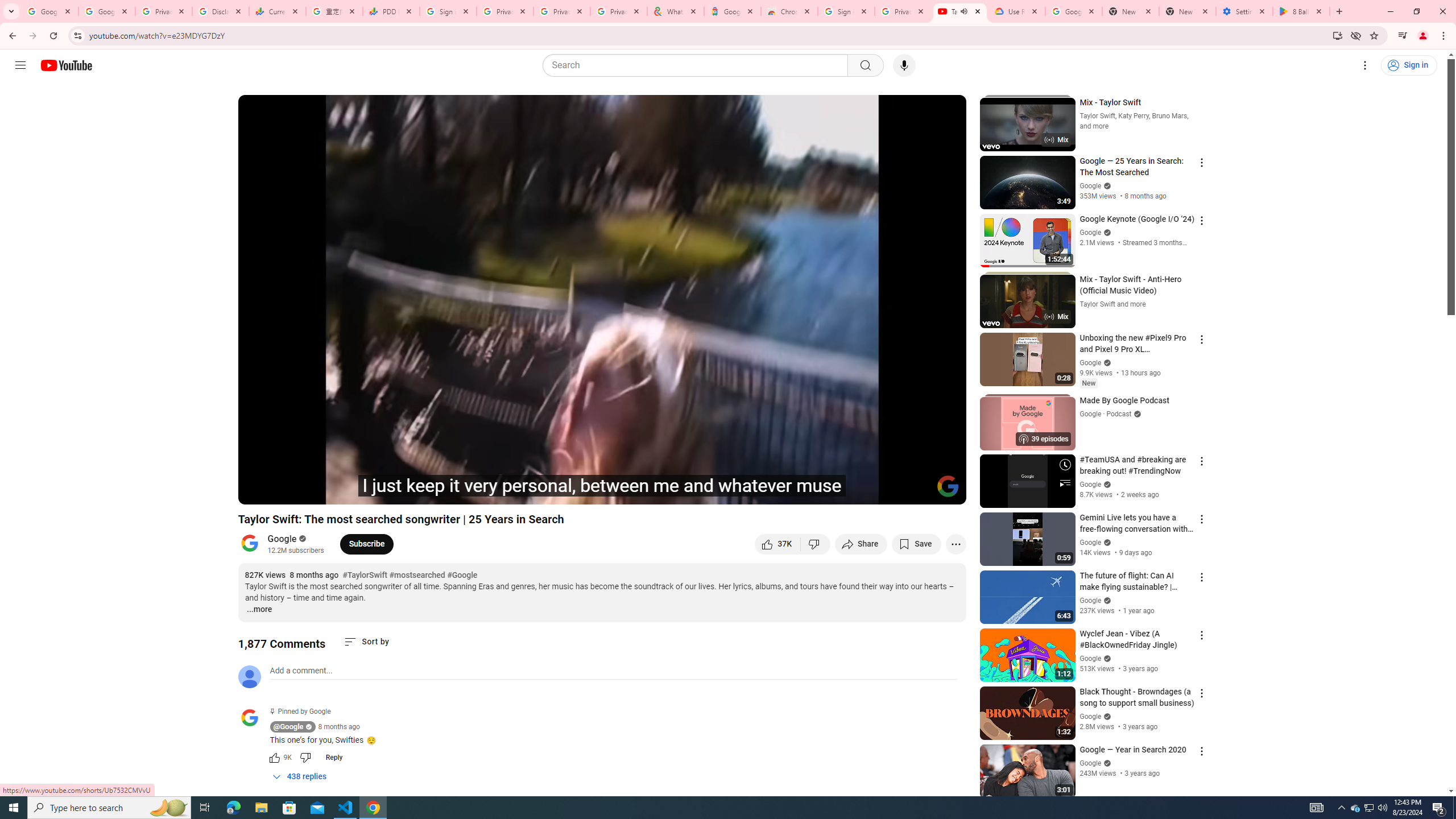 This screenshot has width=1456, height=819. Describe the element at coordinates (338, 727) in the screenshot. I see `'8 months ago'` at that location.